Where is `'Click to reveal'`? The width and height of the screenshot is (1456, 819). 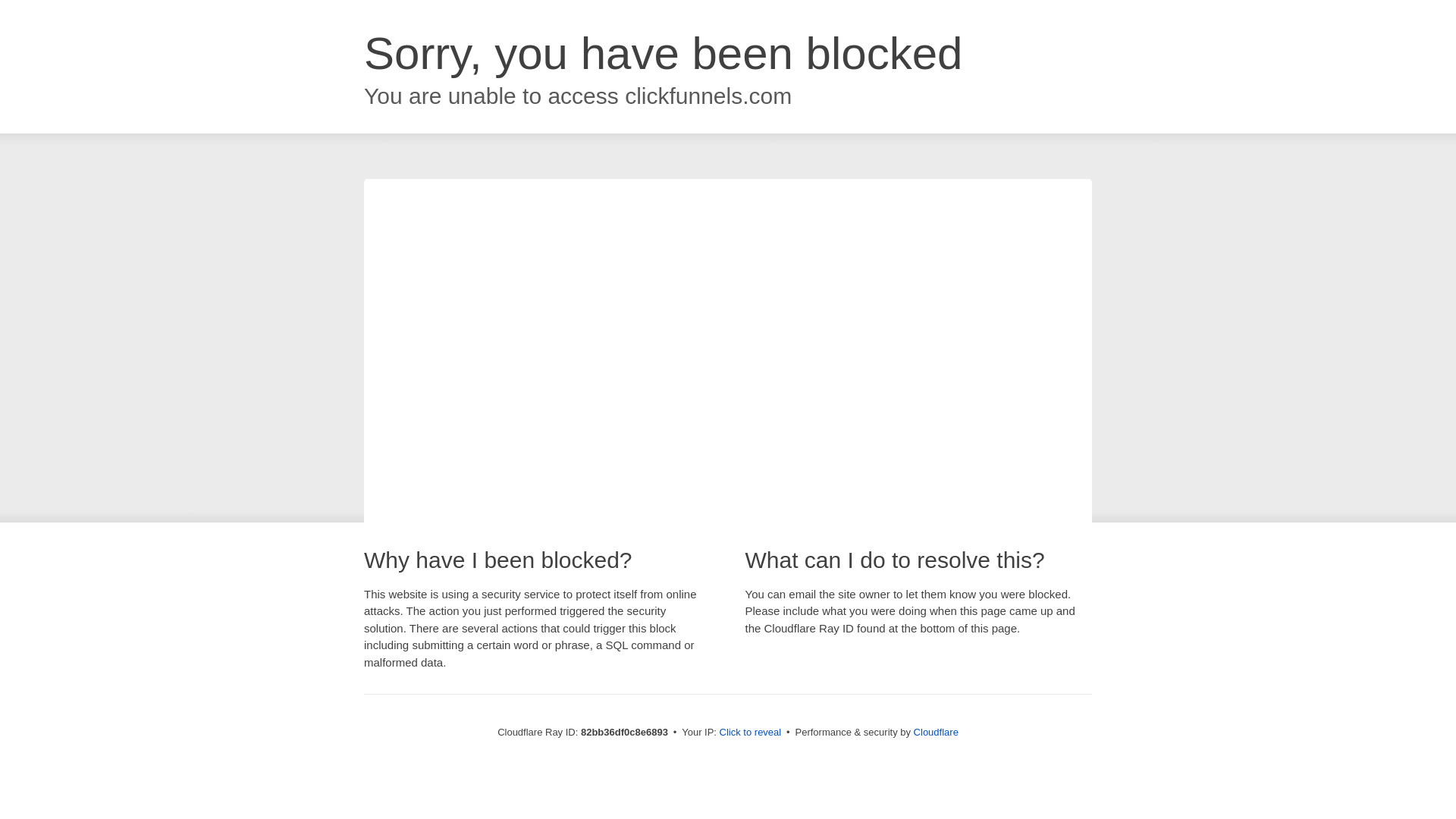
'Click to reveal' is located at coordinates (750, 731).